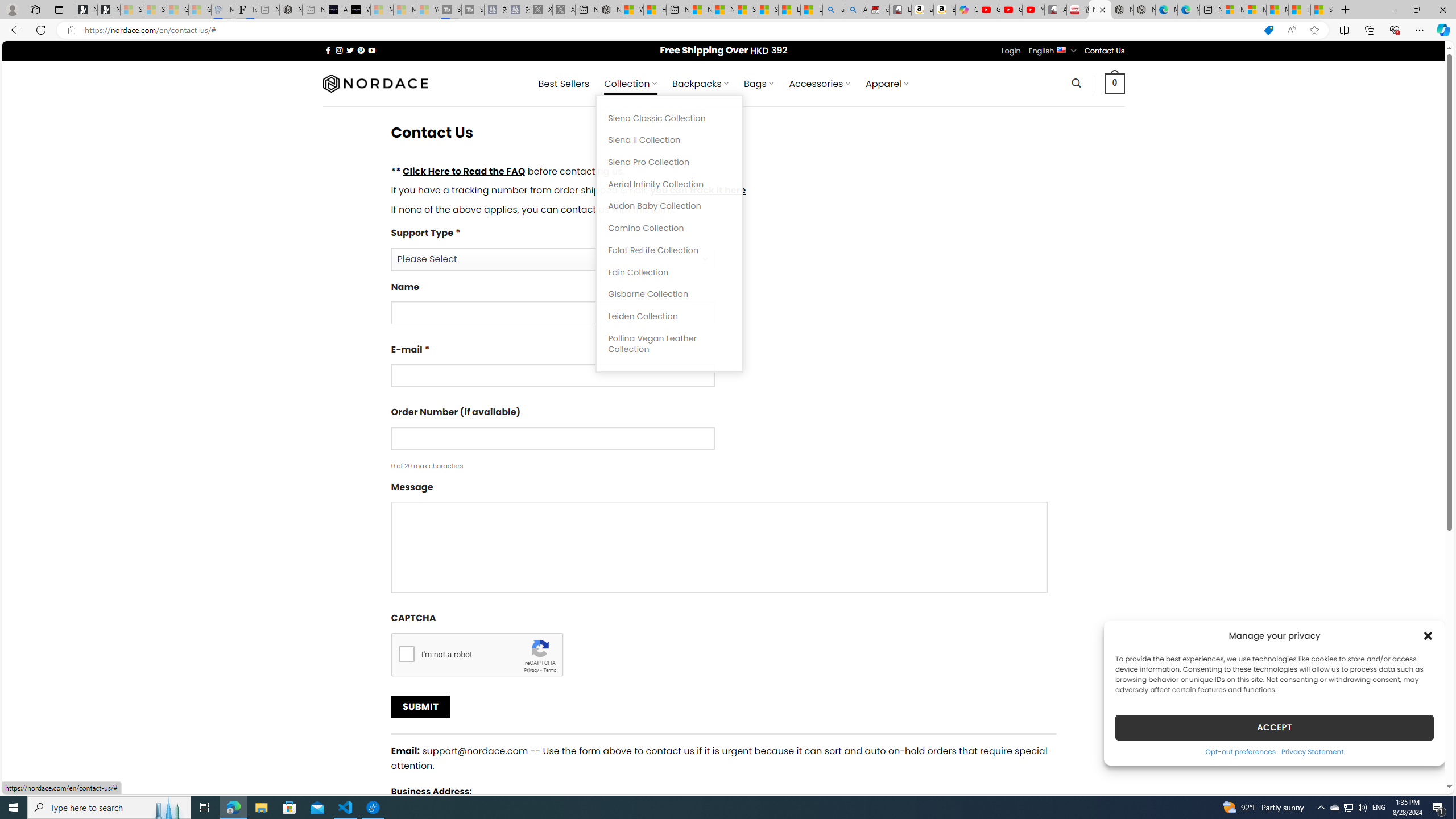 Image resolution: width=1456 pixels, height=819 pixels. Describe the element at coordinates (669, 249) in the screenshot. I see `'Eclat Re:Life Collection'` at that location.